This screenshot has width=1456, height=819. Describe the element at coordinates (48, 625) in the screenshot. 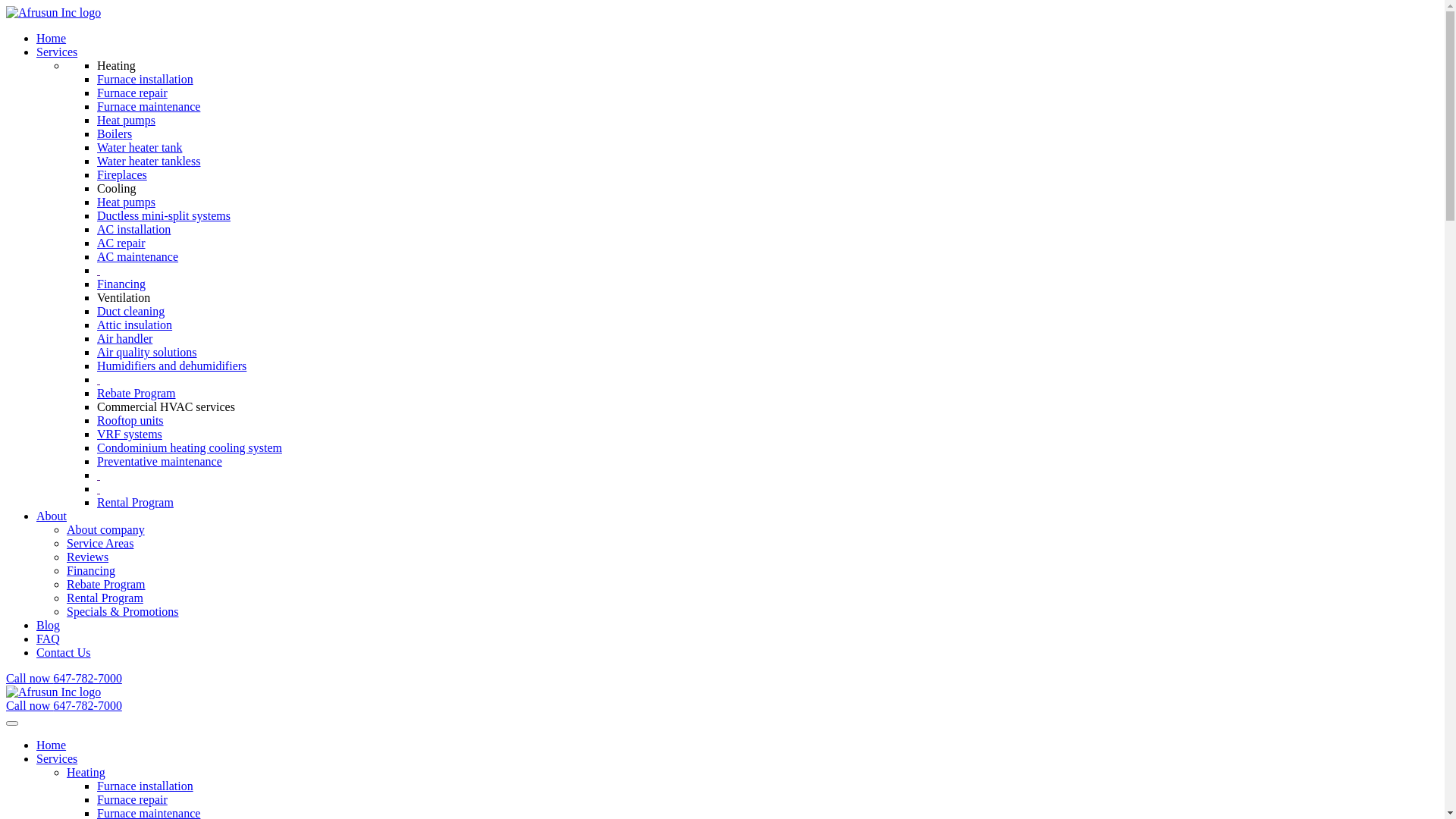

I see `'Blog'` at that location.